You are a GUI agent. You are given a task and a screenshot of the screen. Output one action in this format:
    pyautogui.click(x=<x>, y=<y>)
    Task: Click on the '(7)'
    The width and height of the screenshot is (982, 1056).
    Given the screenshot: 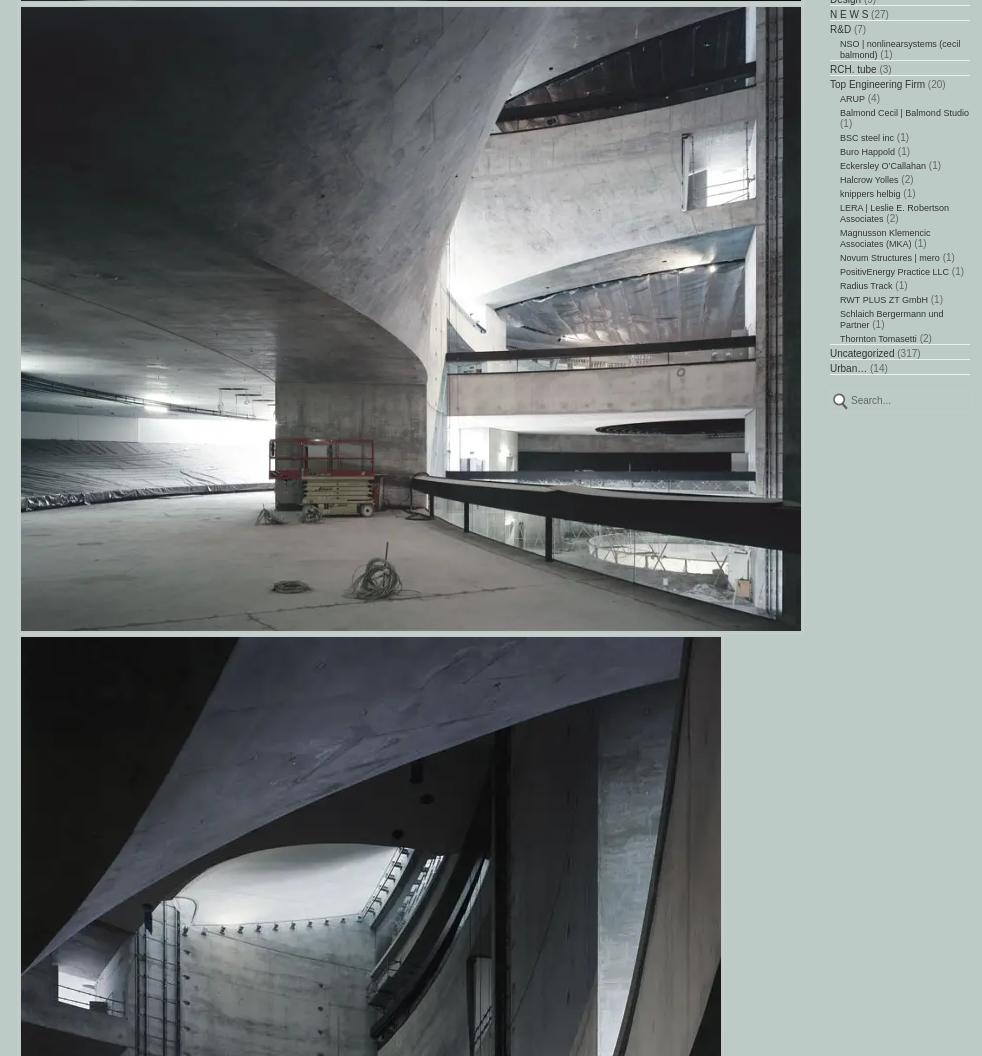 What is the action you would take?
    pyautogui.click(x=858, y=29)
    